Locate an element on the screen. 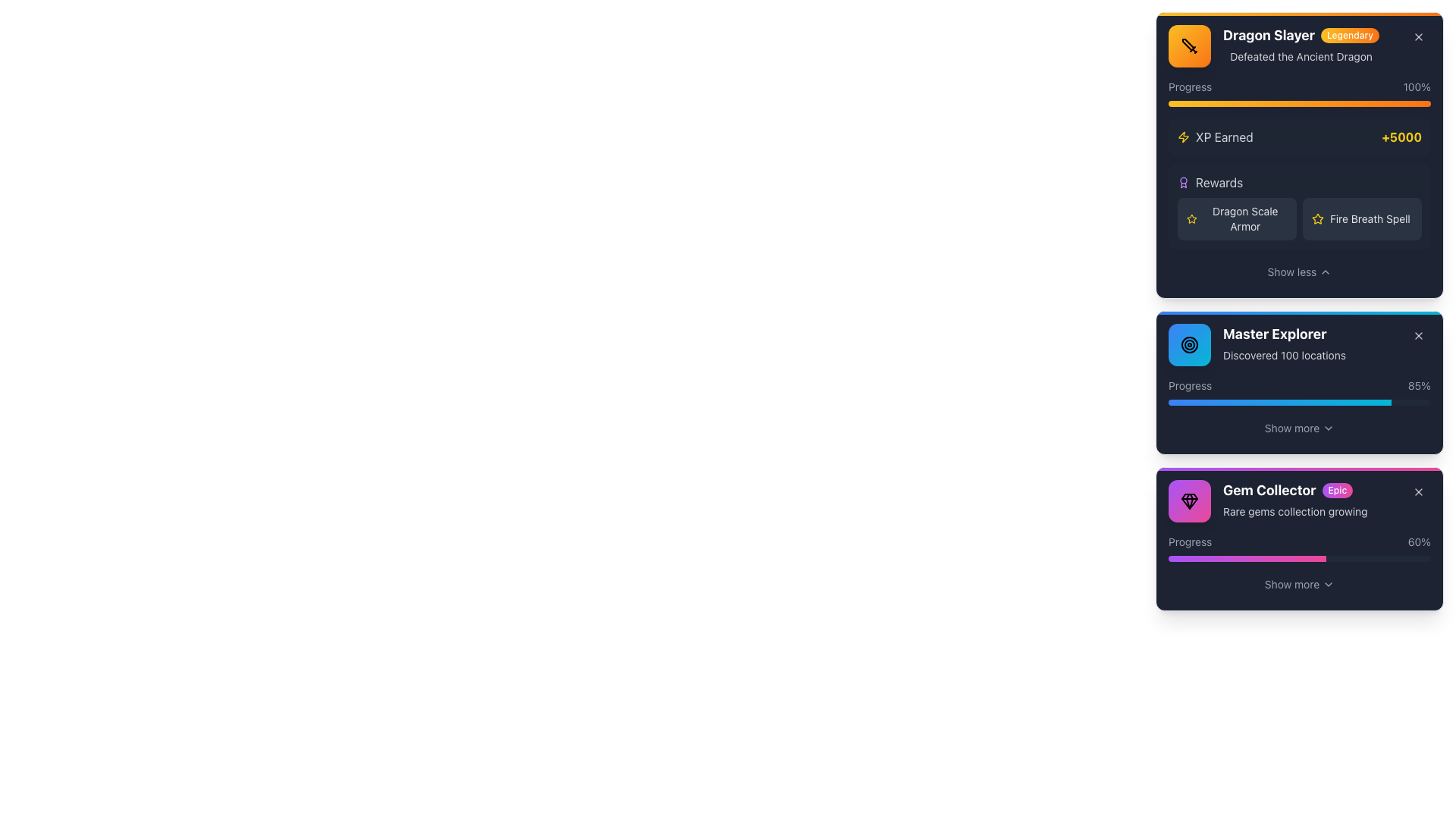  the circular target logo icon located within the rounded square button of the 'Master Explorer' section, which features a blue-to-cyan gradient background is located at coordinates (1189, 345).